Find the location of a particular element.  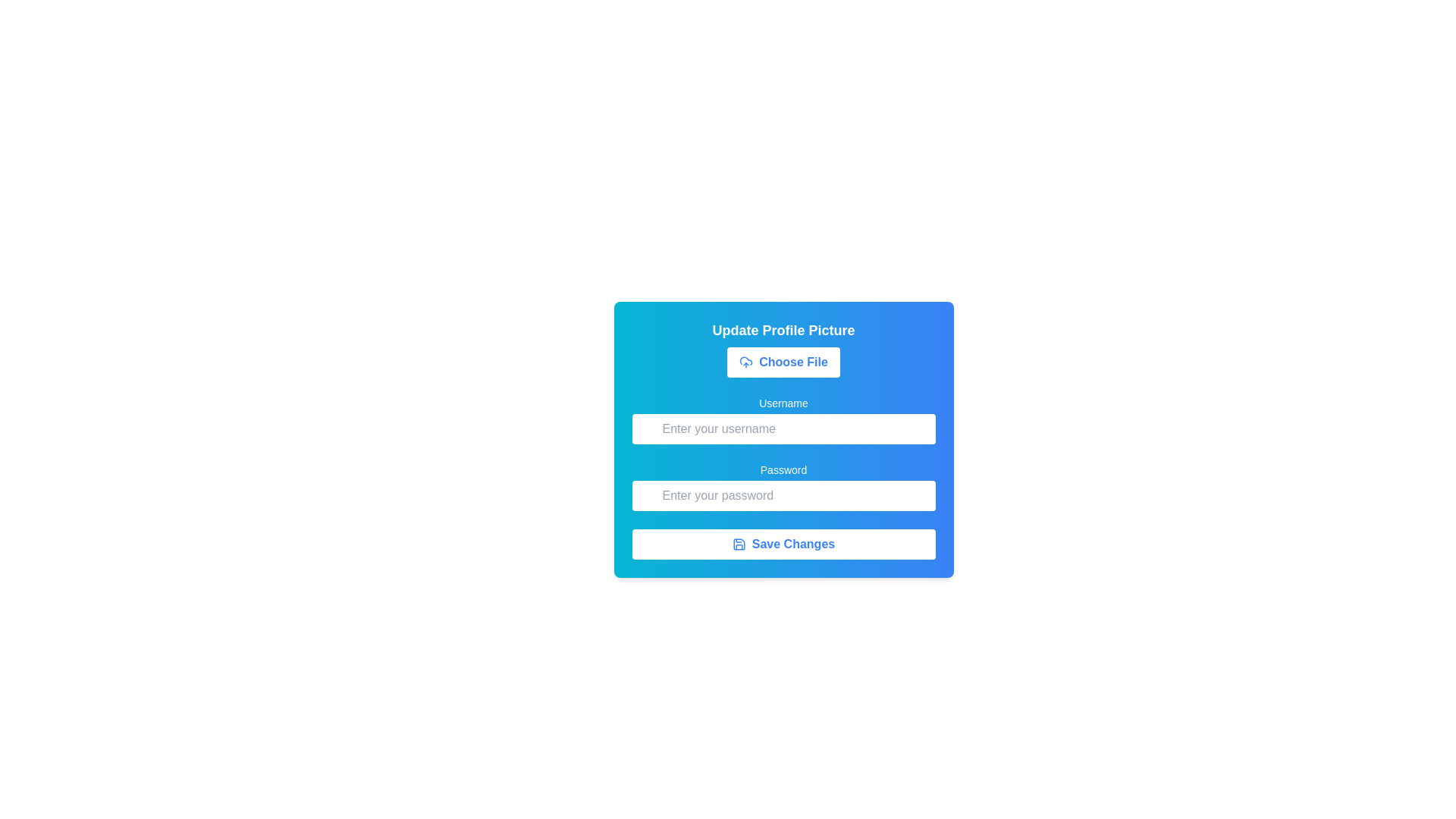

the 'Choose File' button, which is visually represented by an icon (SVG graphic) located at its left edge is located at coordinates (746, 362).